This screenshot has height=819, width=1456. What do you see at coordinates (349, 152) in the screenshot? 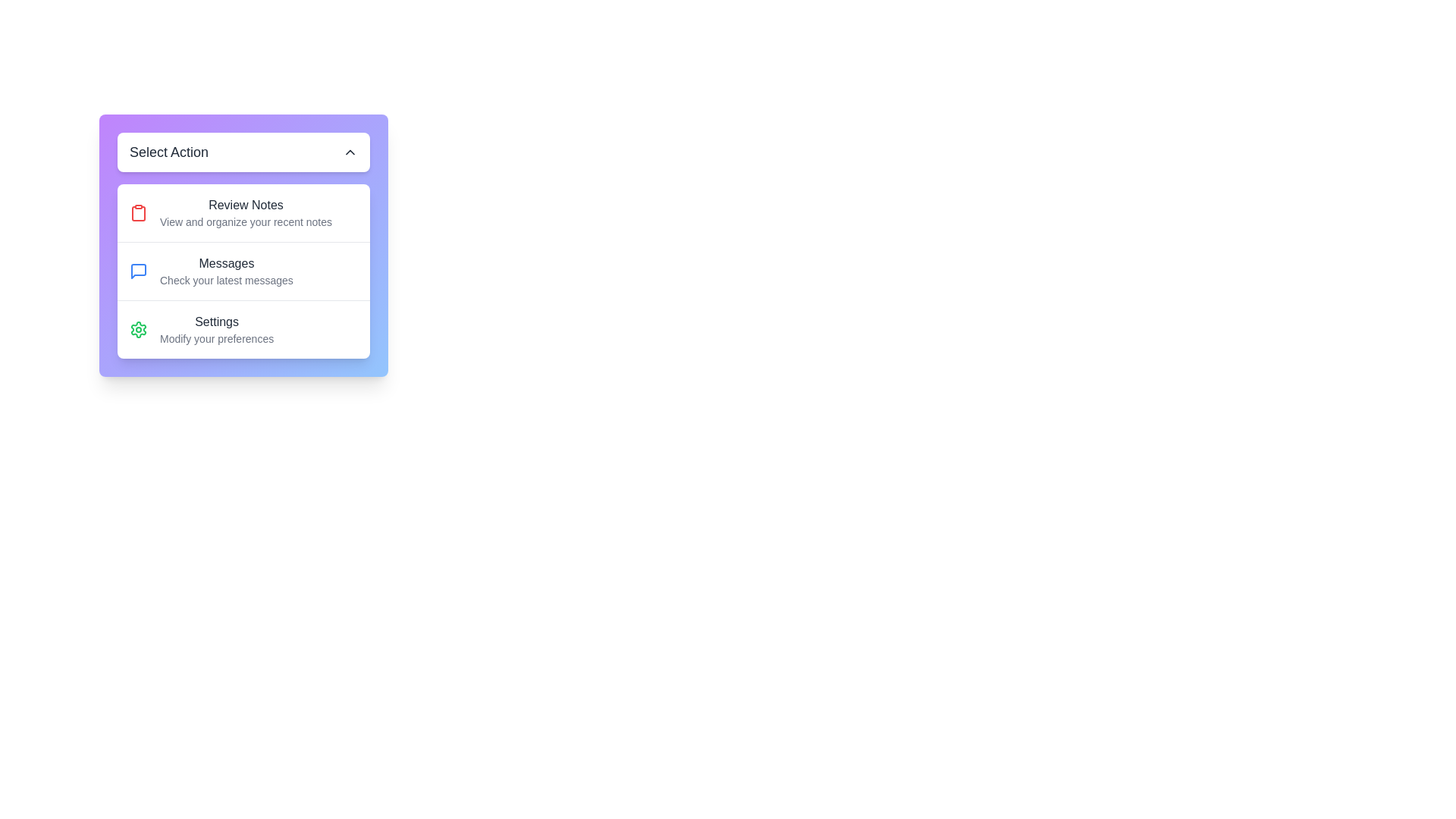
I see `the chevron icon located to the right of the 'Select Action' text` at bounding box center [349, 152].